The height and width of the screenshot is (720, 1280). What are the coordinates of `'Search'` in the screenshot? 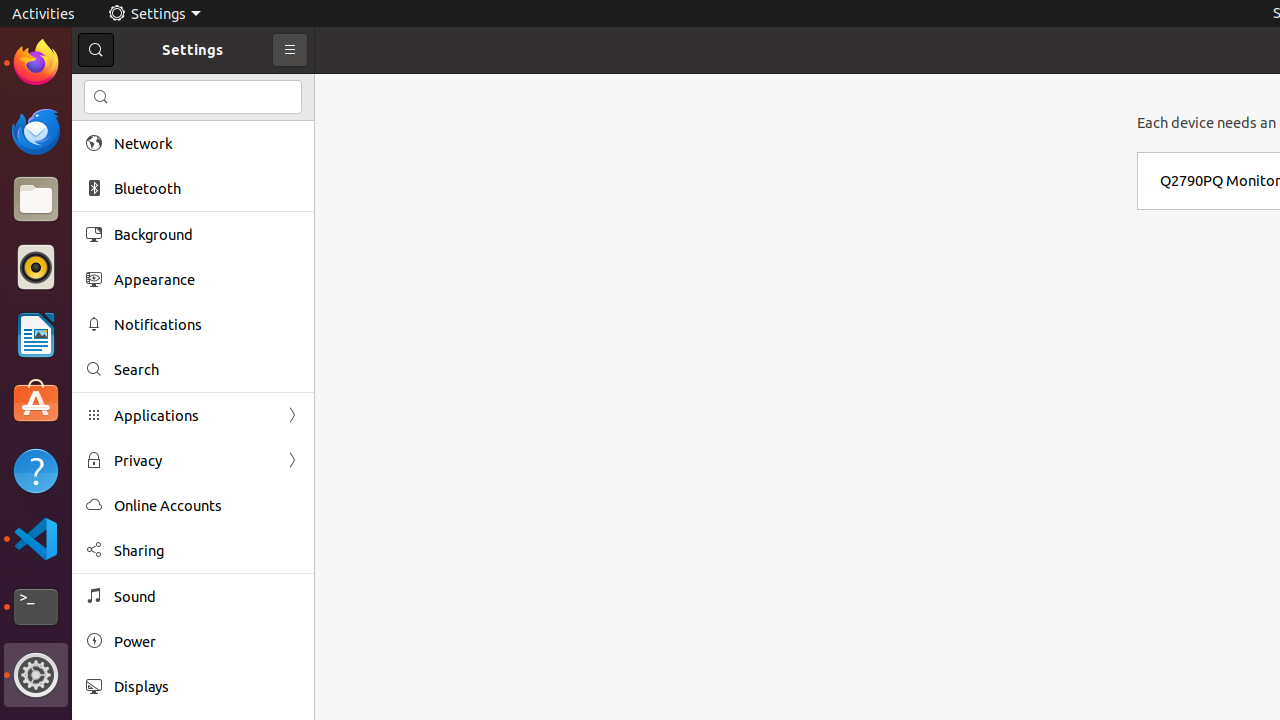 It's located at (206, 369).